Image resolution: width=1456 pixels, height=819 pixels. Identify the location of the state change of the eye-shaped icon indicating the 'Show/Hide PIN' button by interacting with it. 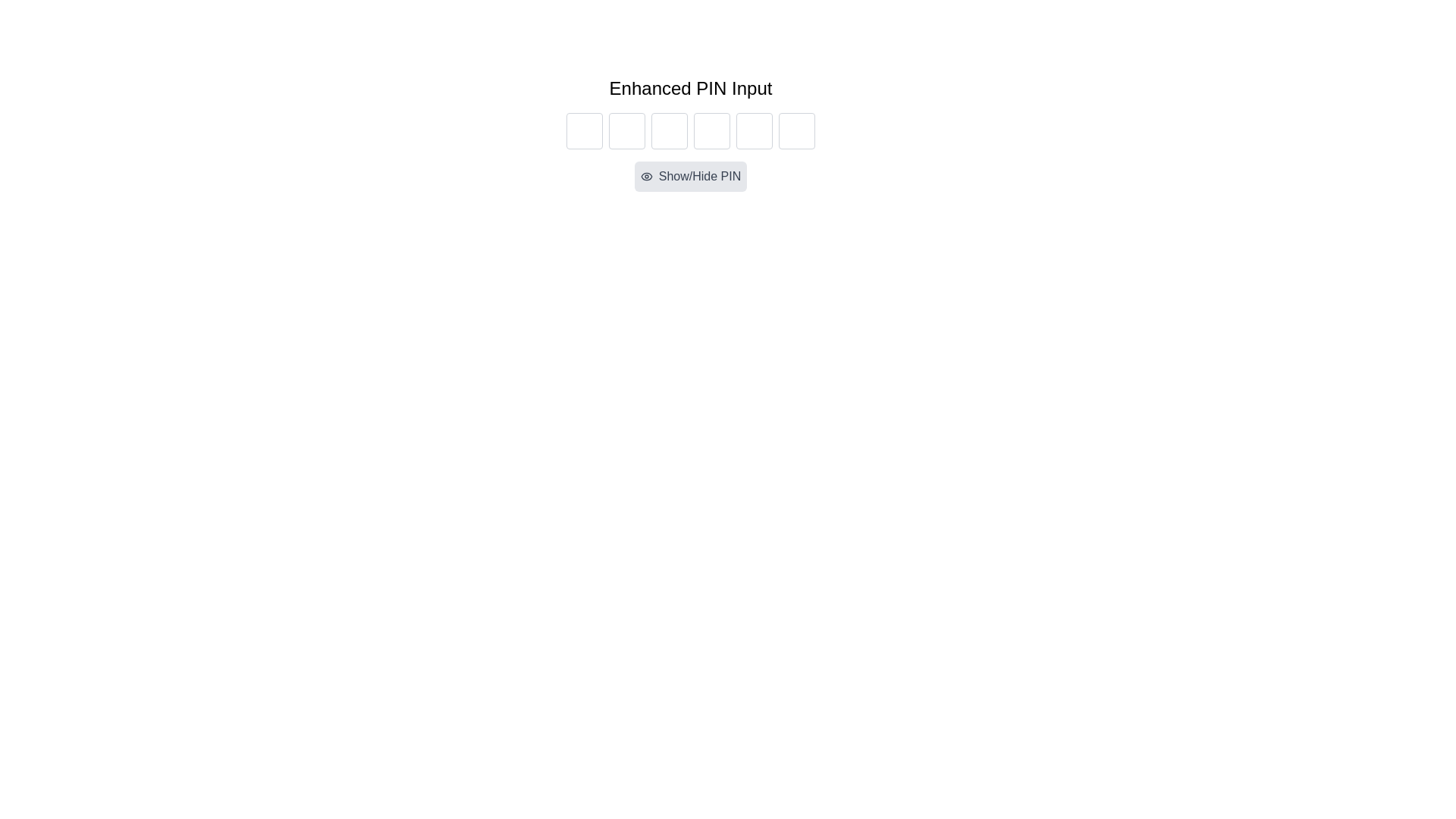
(646, 175).